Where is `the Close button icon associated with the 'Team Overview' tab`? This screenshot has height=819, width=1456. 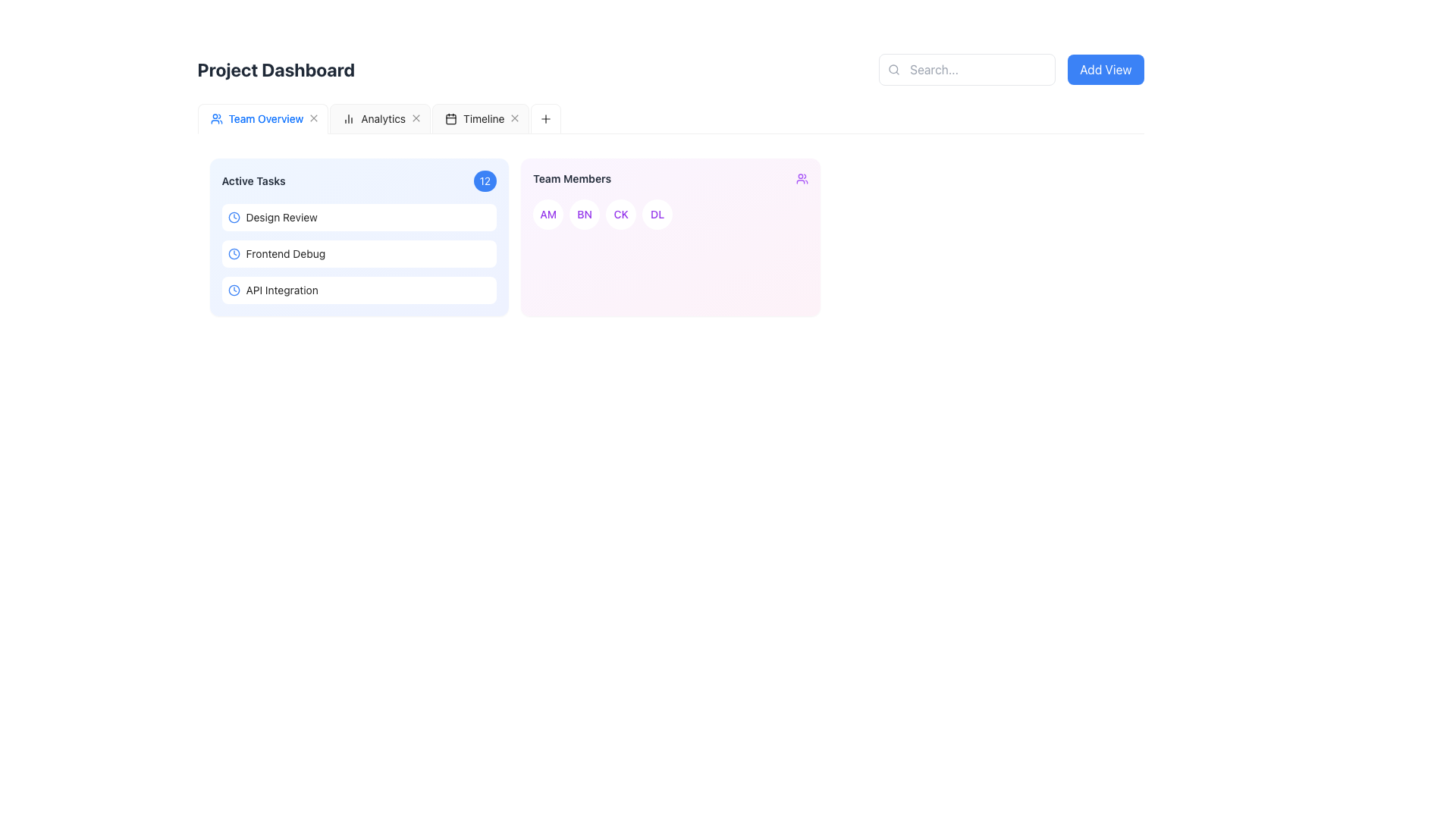 the Close button icon associated with the 'Team Overview' tab is located at coordinates (313, 118).